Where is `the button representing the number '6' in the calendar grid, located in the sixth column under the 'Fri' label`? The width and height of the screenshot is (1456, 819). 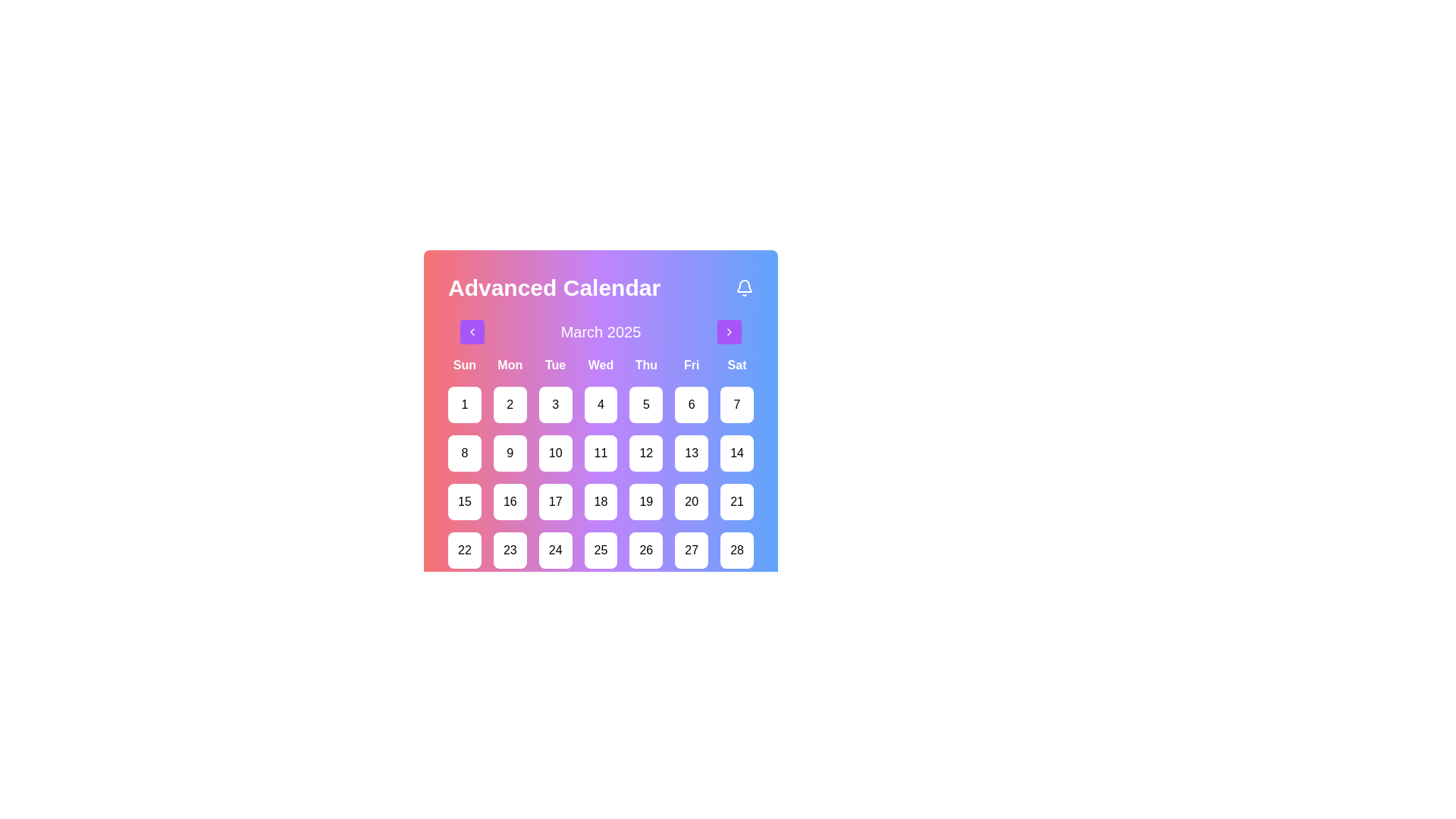 the button representing the number '6' in the calendar grid, located in the sixth column under the 'Fri' label is located at coordinates (691, 403).